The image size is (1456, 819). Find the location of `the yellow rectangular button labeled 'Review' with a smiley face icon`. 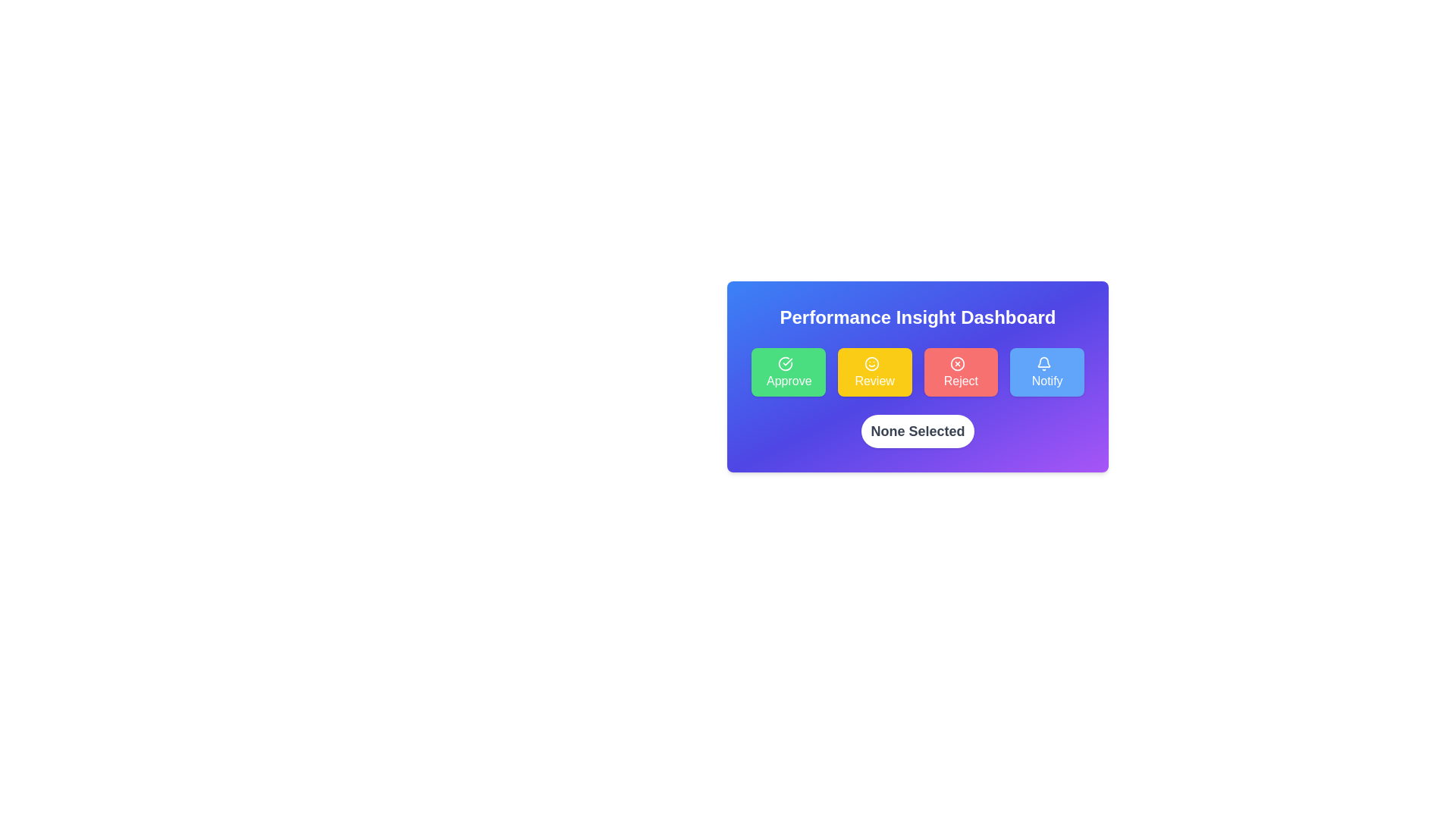

the yellow rectangular button labeled 'Review' with a smiley face icon is located at coordinates (874, 372).